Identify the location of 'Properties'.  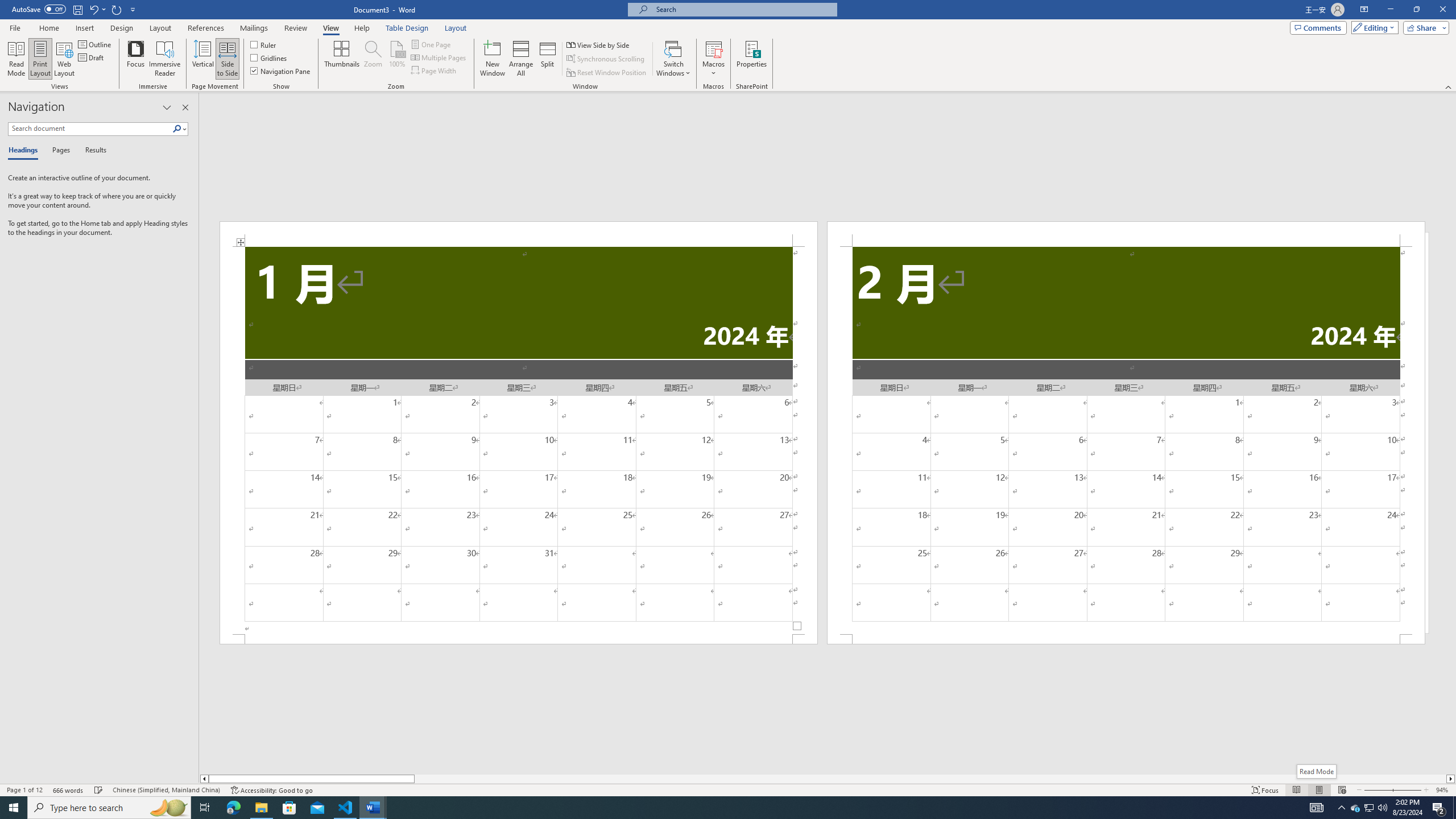
(751, 59).